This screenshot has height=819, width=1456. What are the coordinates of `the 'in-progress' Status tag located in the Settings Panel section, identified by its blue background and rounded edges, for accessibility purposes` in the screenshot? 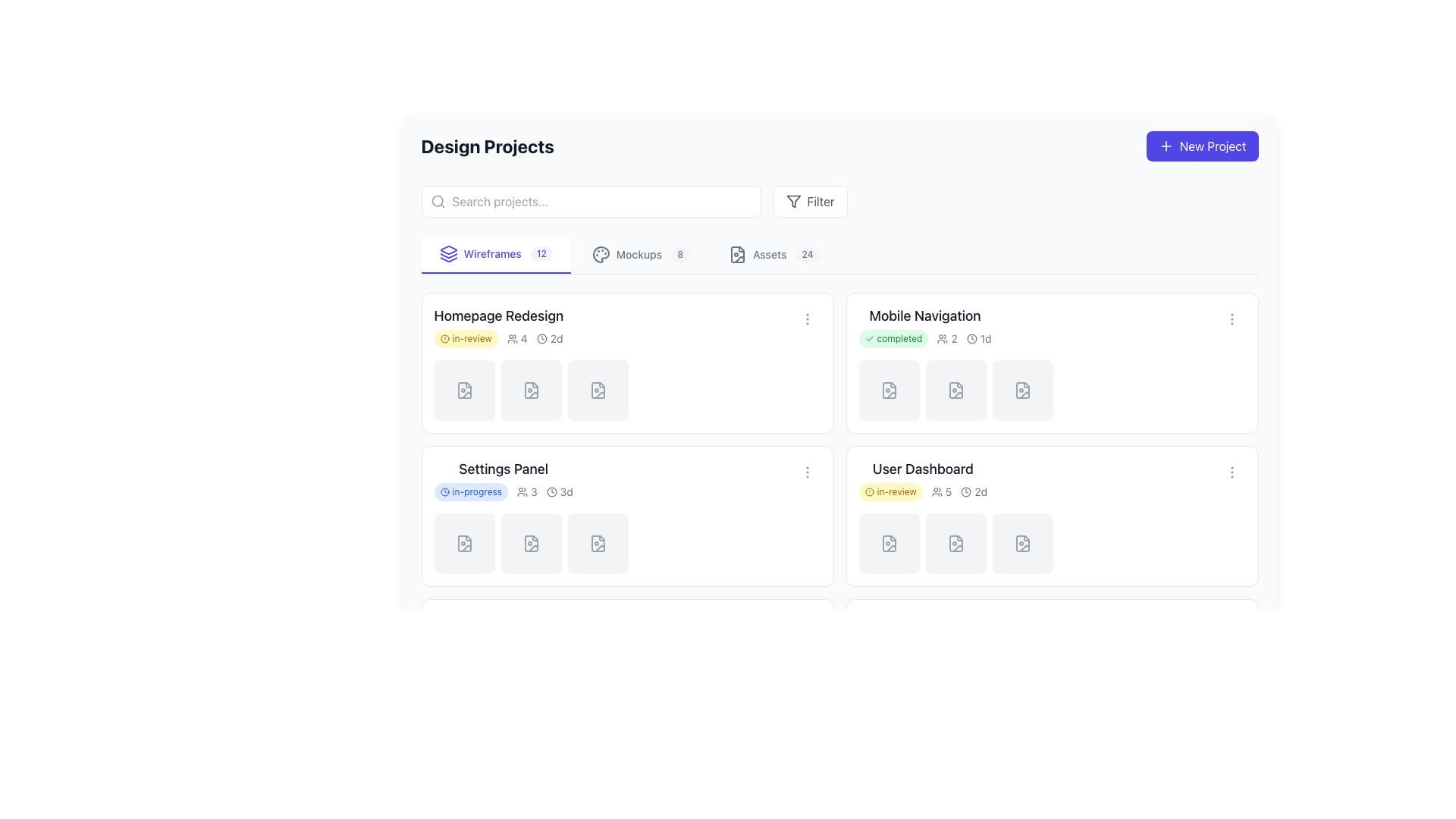 It's located at (504, 491).